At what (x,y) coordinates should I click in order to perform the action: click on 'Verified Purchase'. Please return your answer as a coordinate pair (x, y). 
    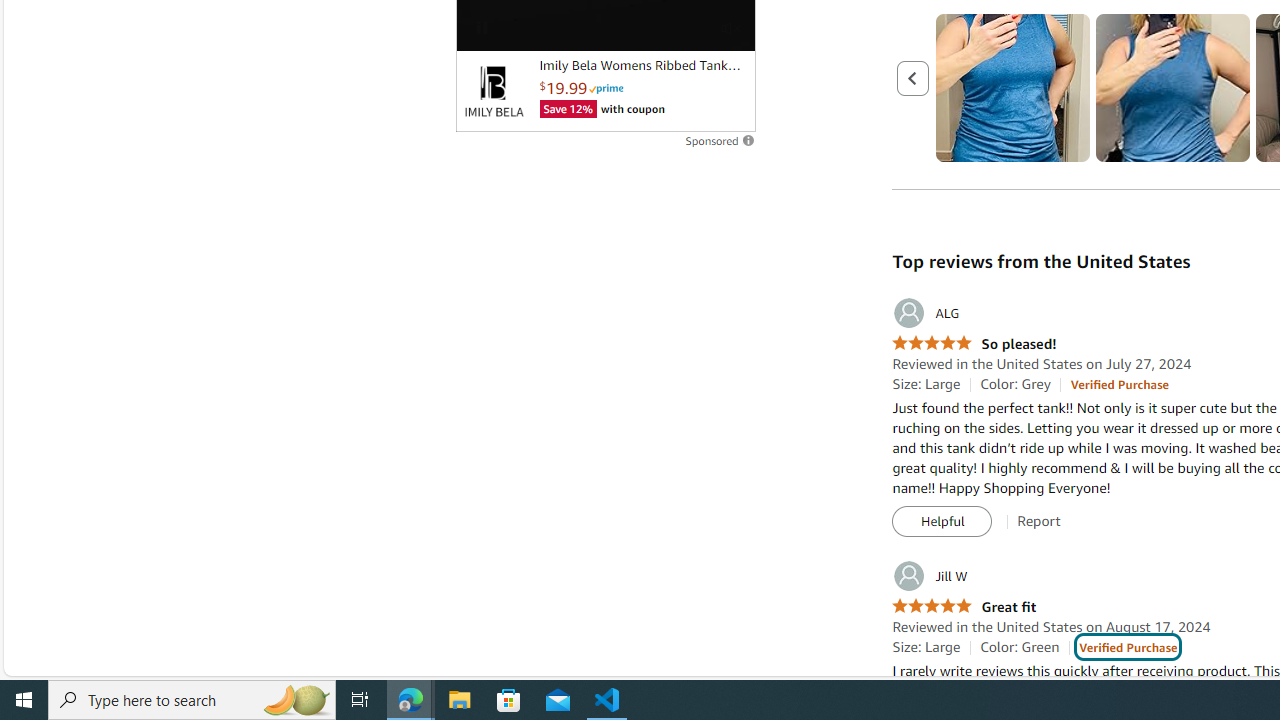
    Looking at the image, I should click on (1128, 647).